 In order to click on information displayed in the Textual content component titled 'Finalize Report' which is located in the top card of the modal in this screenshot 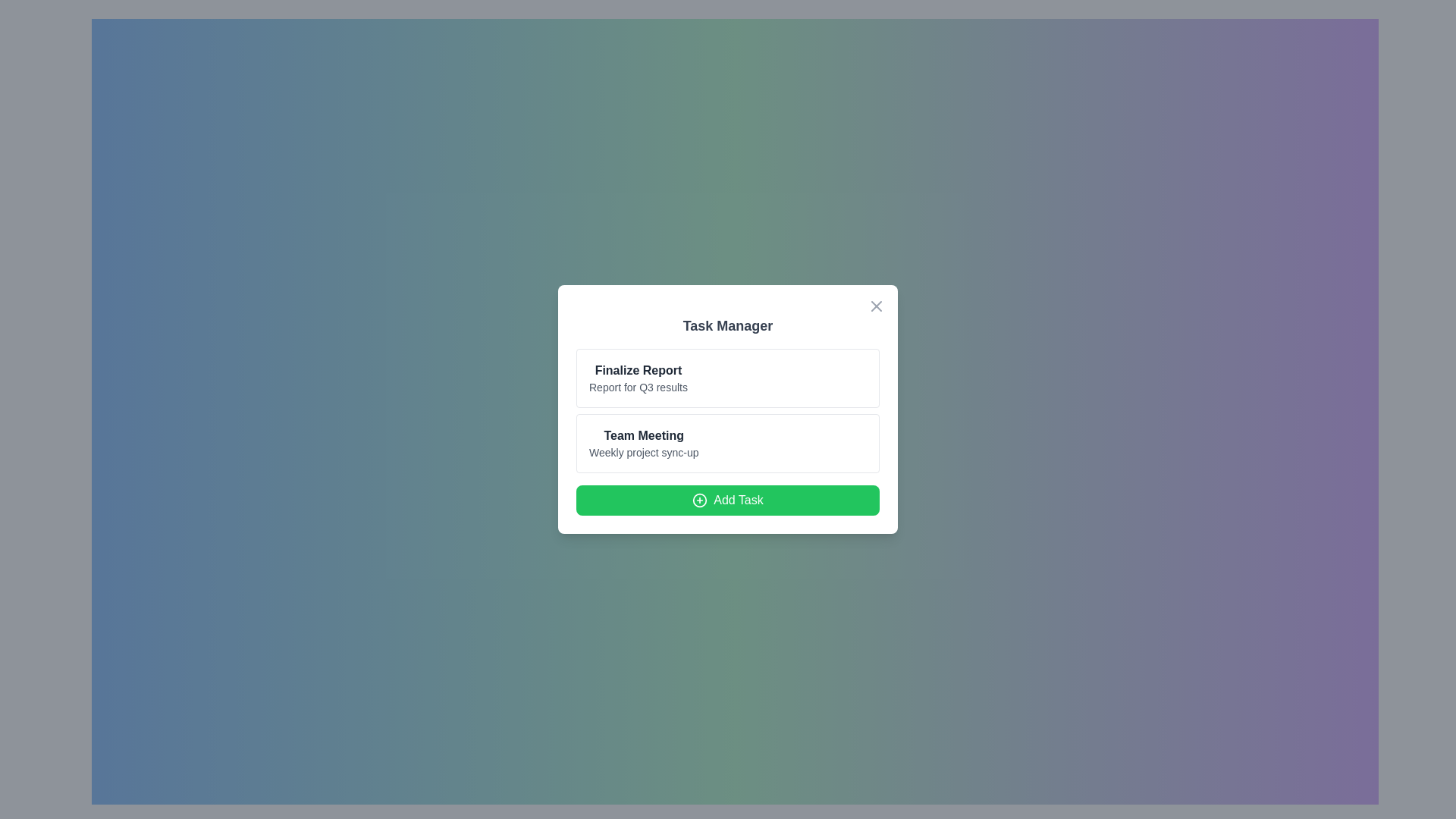, I will do `click(638, 377)`.